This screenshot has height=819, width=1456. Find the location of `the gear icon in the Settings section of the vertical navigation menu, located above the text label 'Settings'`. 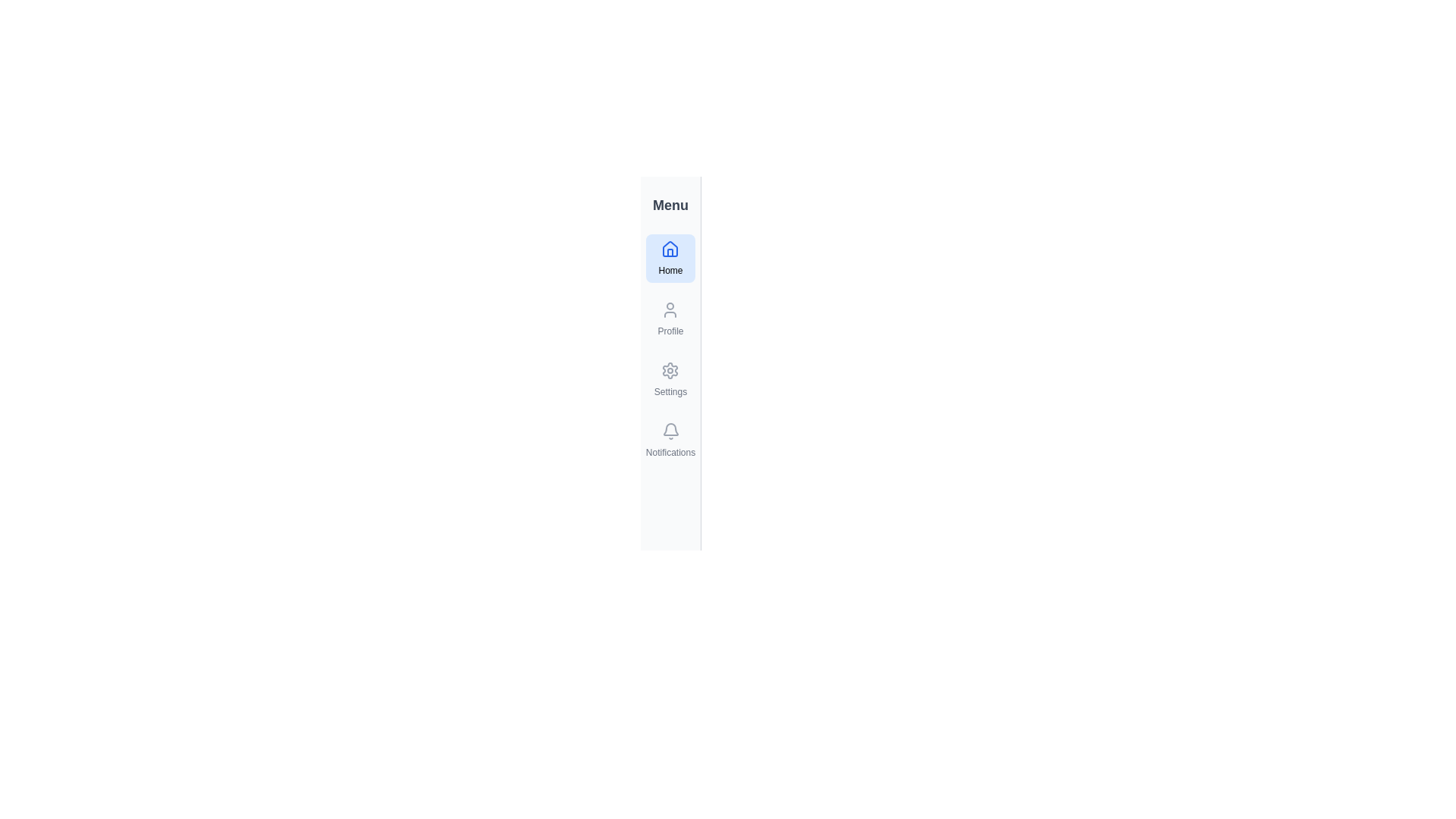

the gear icon in the Settings section of the vertical navigation menu, located above the text label 'Settings' is located at coordinates (670, 371).